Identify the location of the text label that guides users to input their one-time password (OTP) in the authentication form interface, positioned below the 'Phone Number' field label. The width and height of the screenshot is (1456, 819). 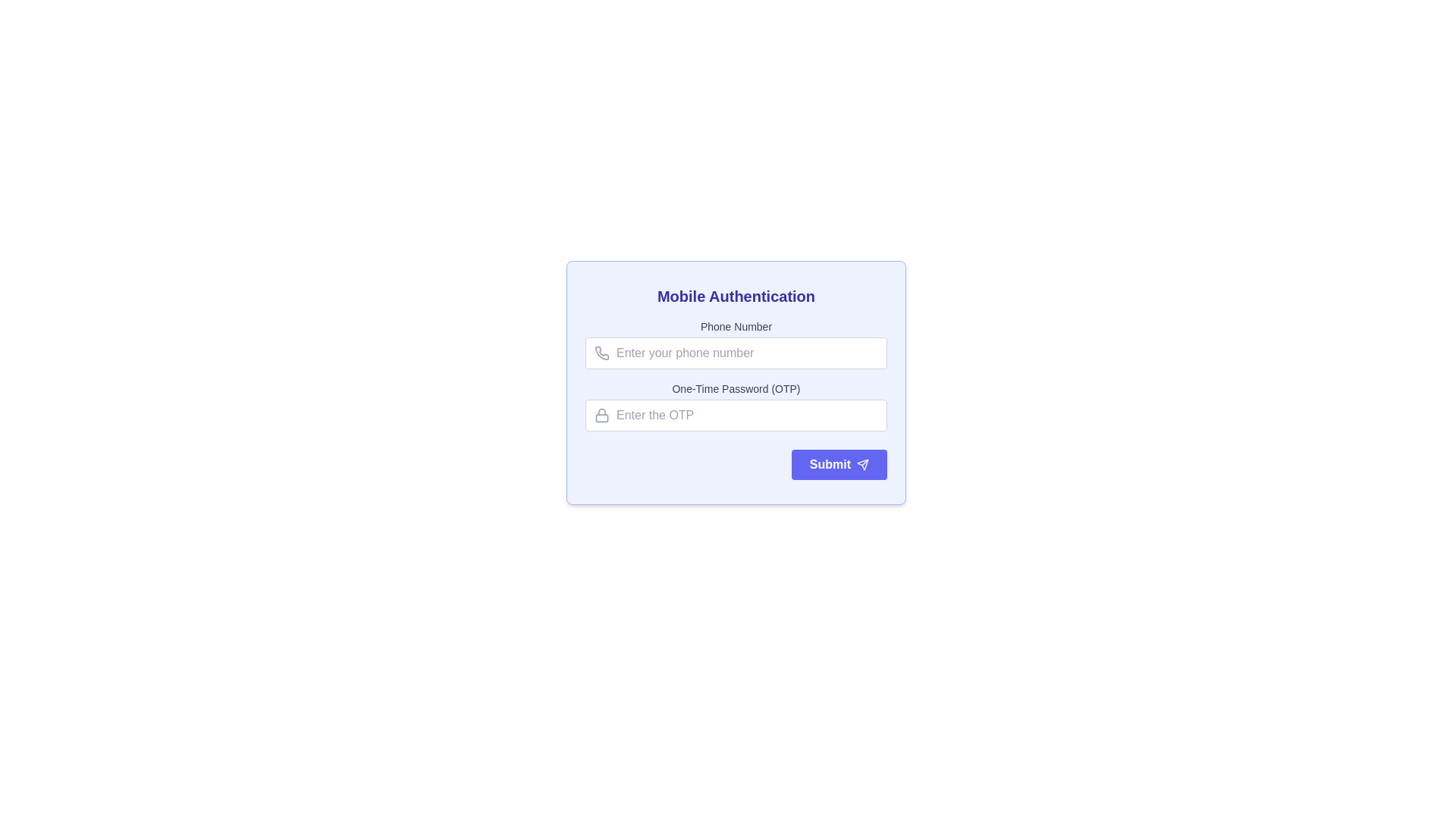
(736, 388).